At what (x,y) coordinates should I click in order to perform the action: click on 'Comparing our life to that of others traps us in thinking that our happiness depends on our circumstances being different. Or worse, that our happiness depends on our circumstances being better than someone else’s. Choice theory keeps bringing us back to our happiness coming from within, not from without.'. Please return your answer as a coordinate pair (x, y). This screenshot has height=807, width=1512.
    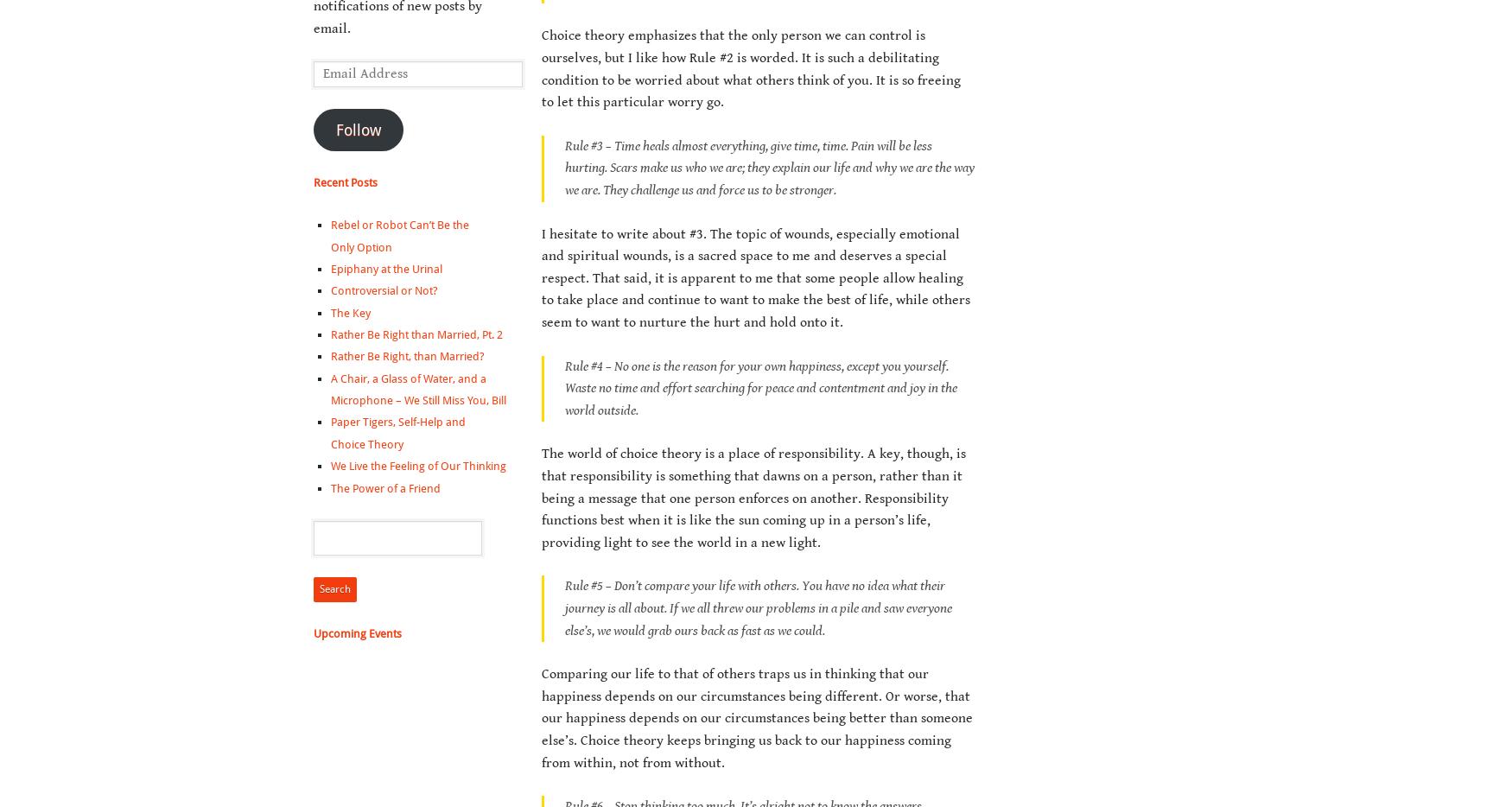
    Looking at the image, I should click on (756, 718).